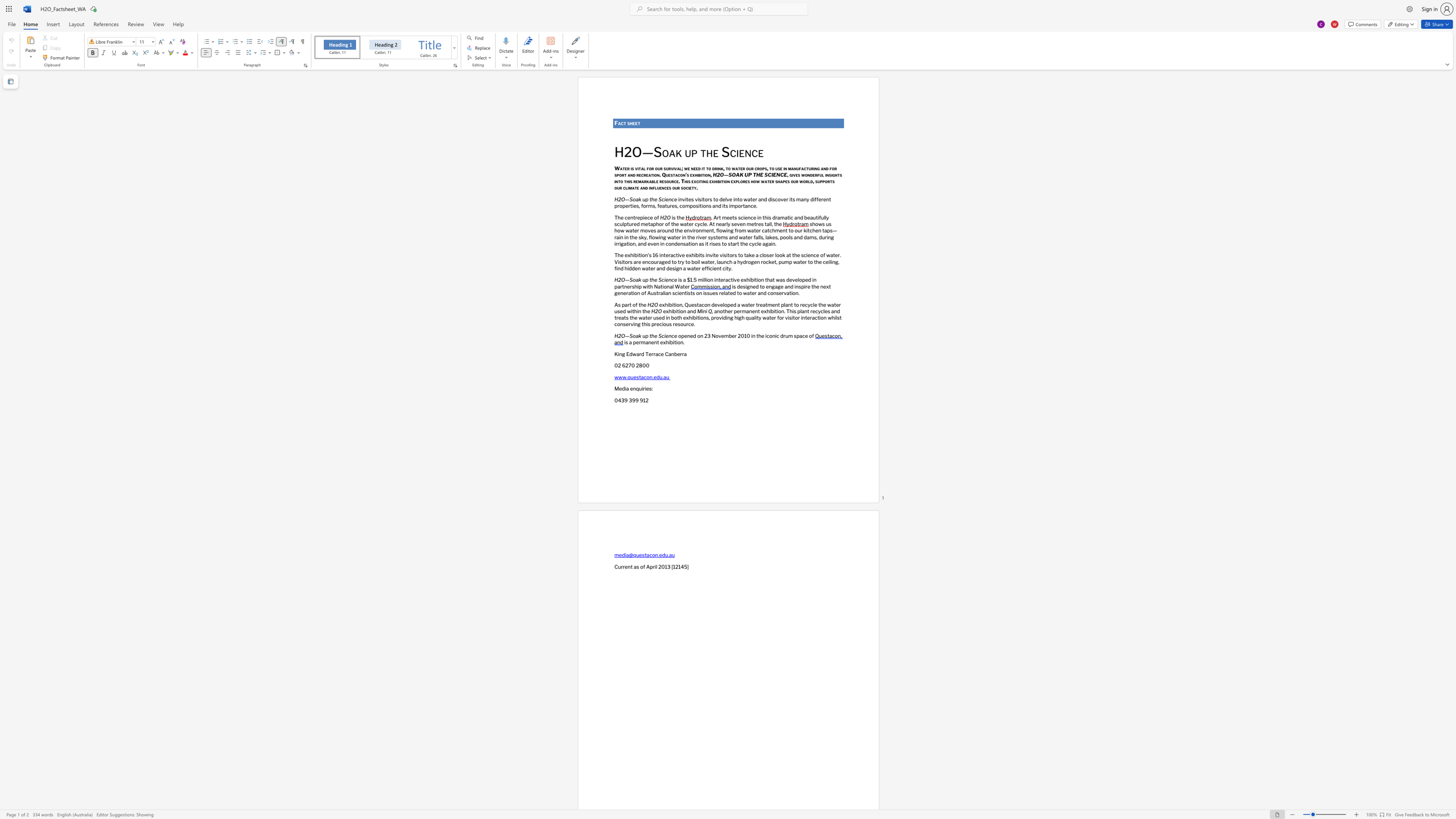 The image size is (1456, 819). I want to click on the subset text "ols and dams, during irrigation, and even in condensation as it rises to start the cycle ag" within the text "rain in the sky, flowing water in the river systems and water falls, lakes, pools and dams, during irrigation, and even in condensation as it rises to start the cycle again.", so click(785, 236).